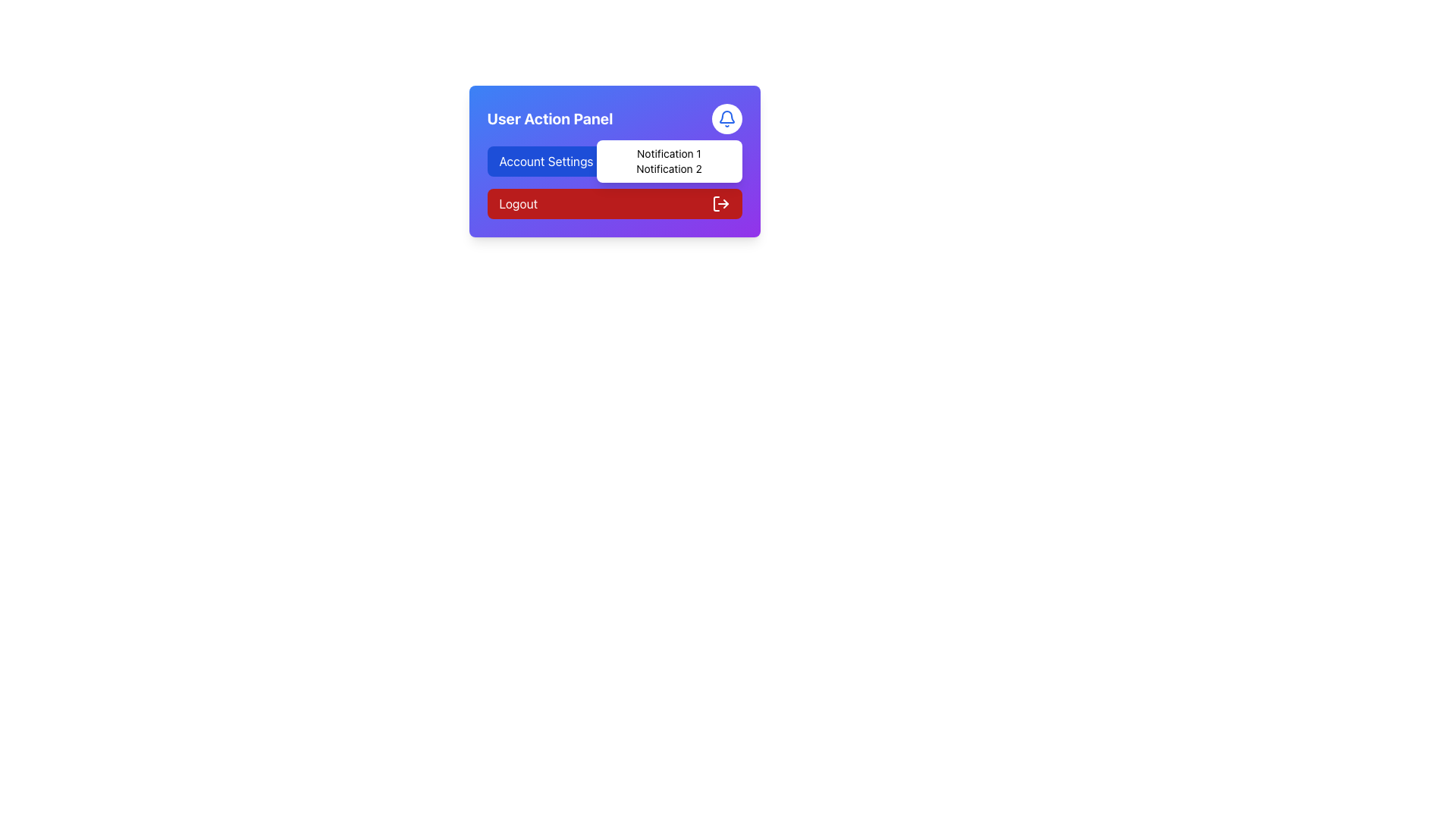 This screenshot has height=819, width=1456. I want to click on the Icon Button located at the top-right corner of the 'User Action Panel', so click(726, 118).